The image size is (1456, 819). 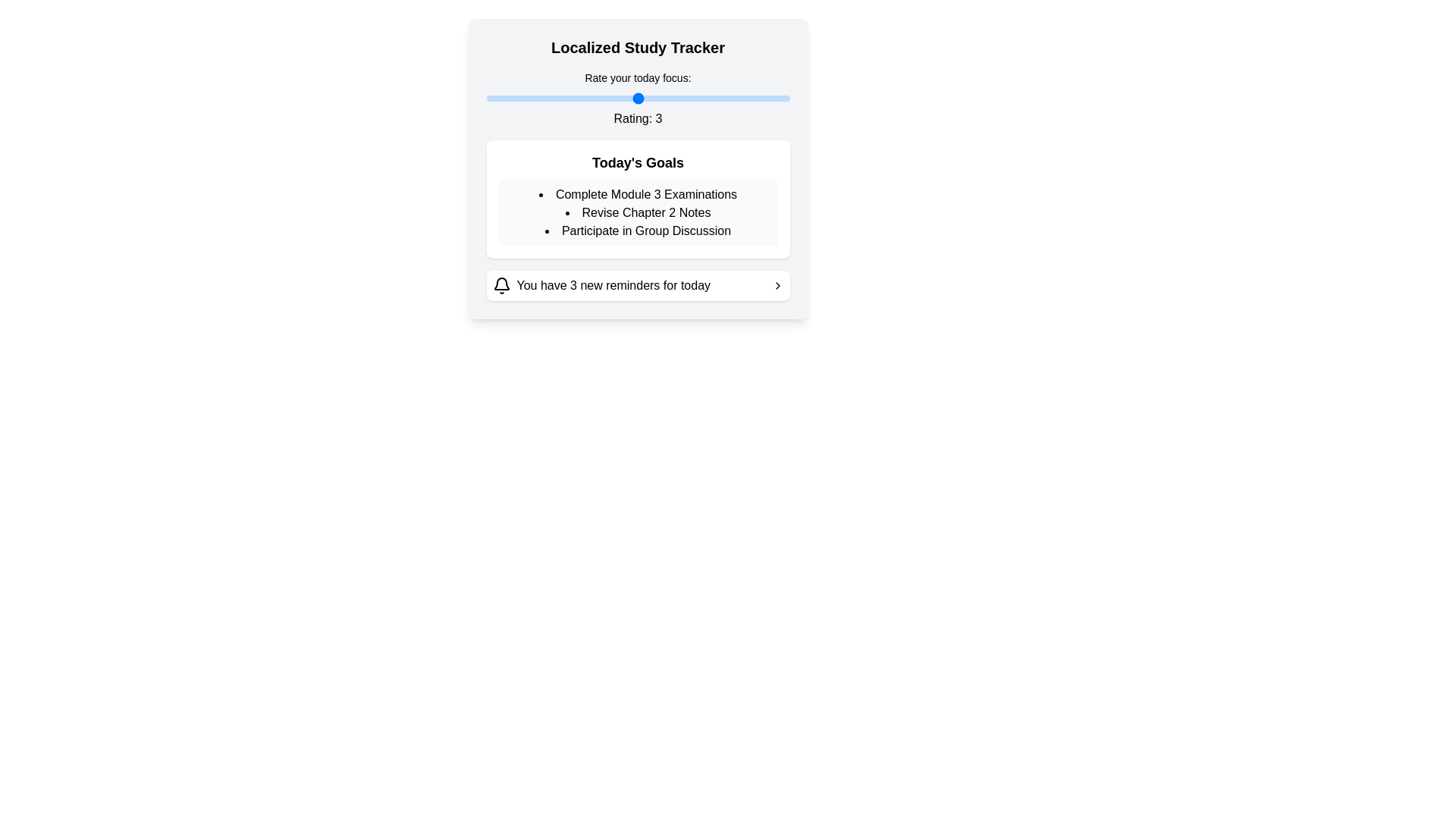 I want to click on the text label displaying 'You have 3 new reminders for today', which is centrally positioned between the bell icon and the chevron icon in a white box with rounded corners, so click(x=613, y=286).